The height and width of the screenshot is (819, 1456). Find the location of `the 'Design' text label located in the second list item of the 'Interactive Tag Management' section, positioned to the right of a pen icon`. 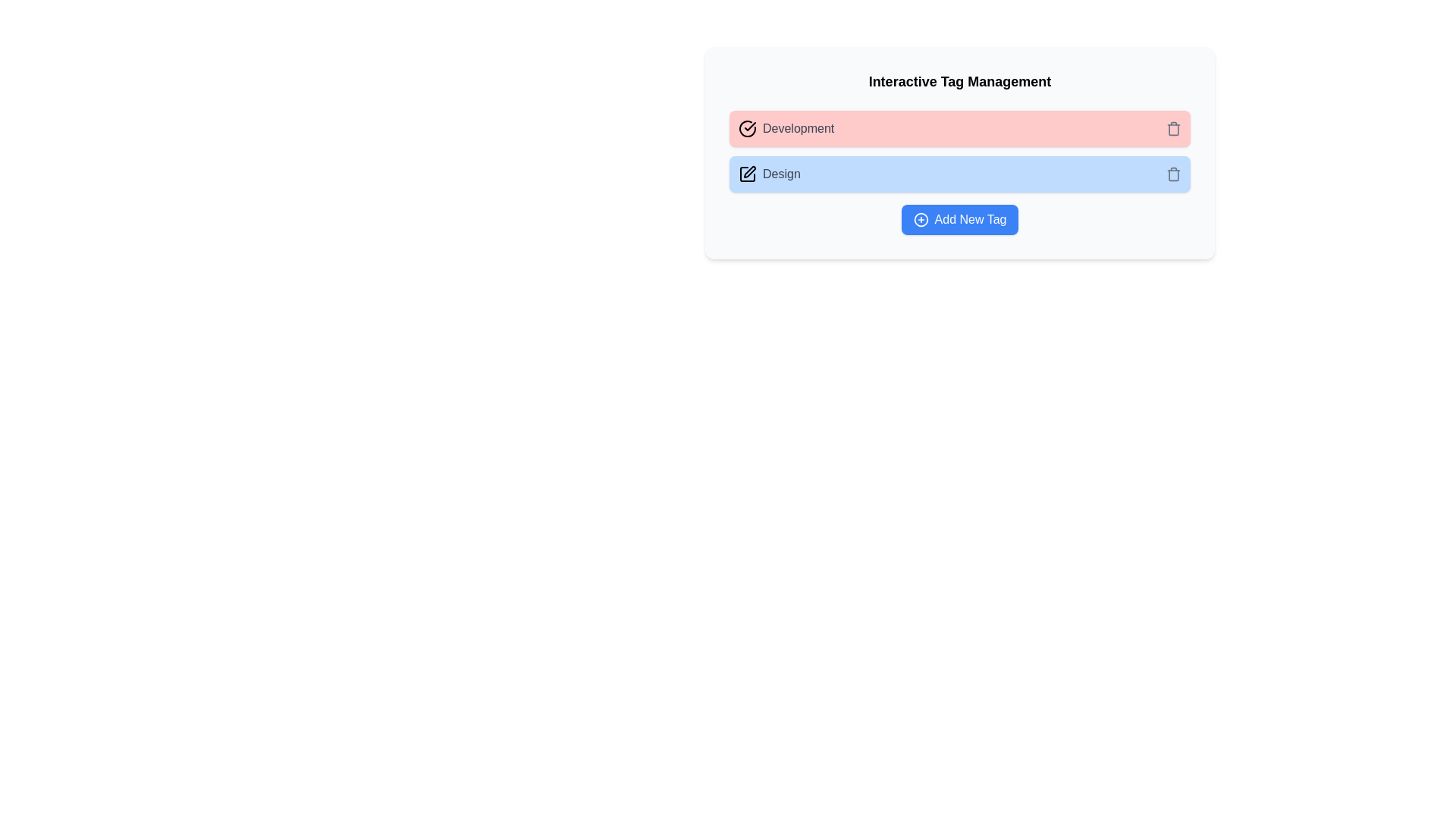

the 'Design' text label located in the second list item of the 'Interactive Tag Management' section, positioned to the right of a pen icon is located at coordinates (781, 174).